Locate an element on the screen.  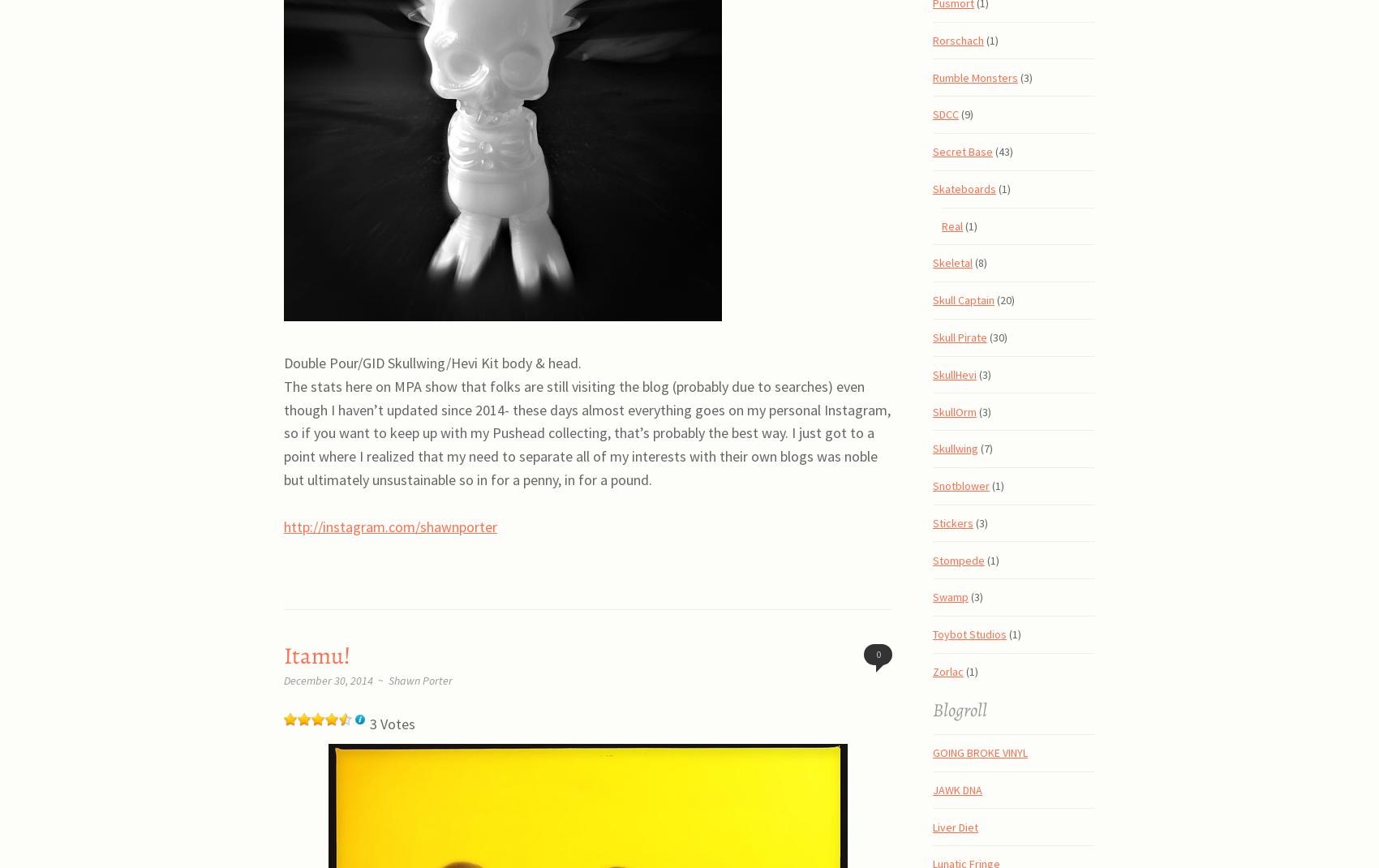
'SkullOrm' is located at coordinates (933, 410).